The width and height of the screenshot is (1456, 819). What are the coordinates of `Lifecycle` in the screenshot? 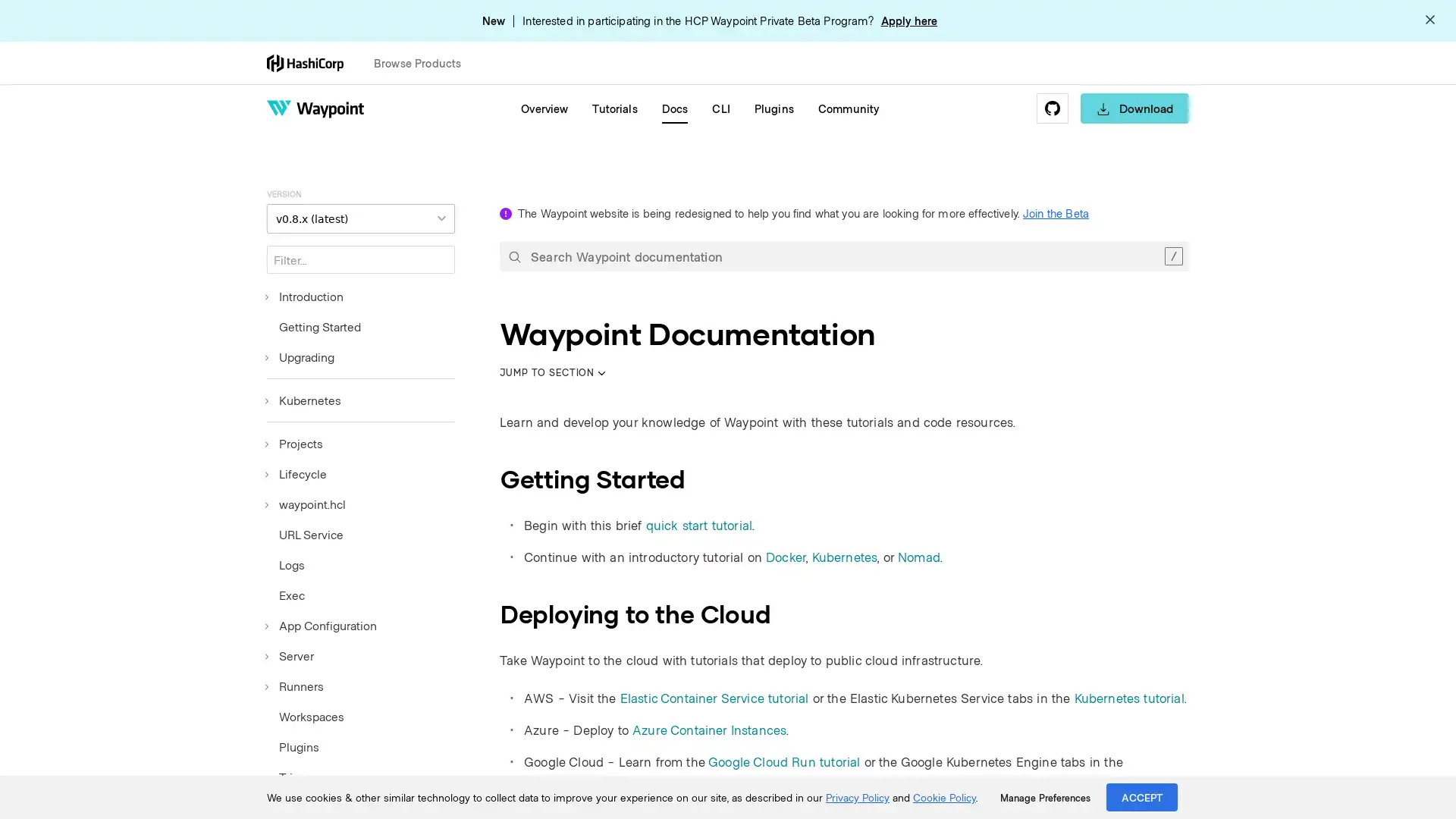 It's located at (297, 472).